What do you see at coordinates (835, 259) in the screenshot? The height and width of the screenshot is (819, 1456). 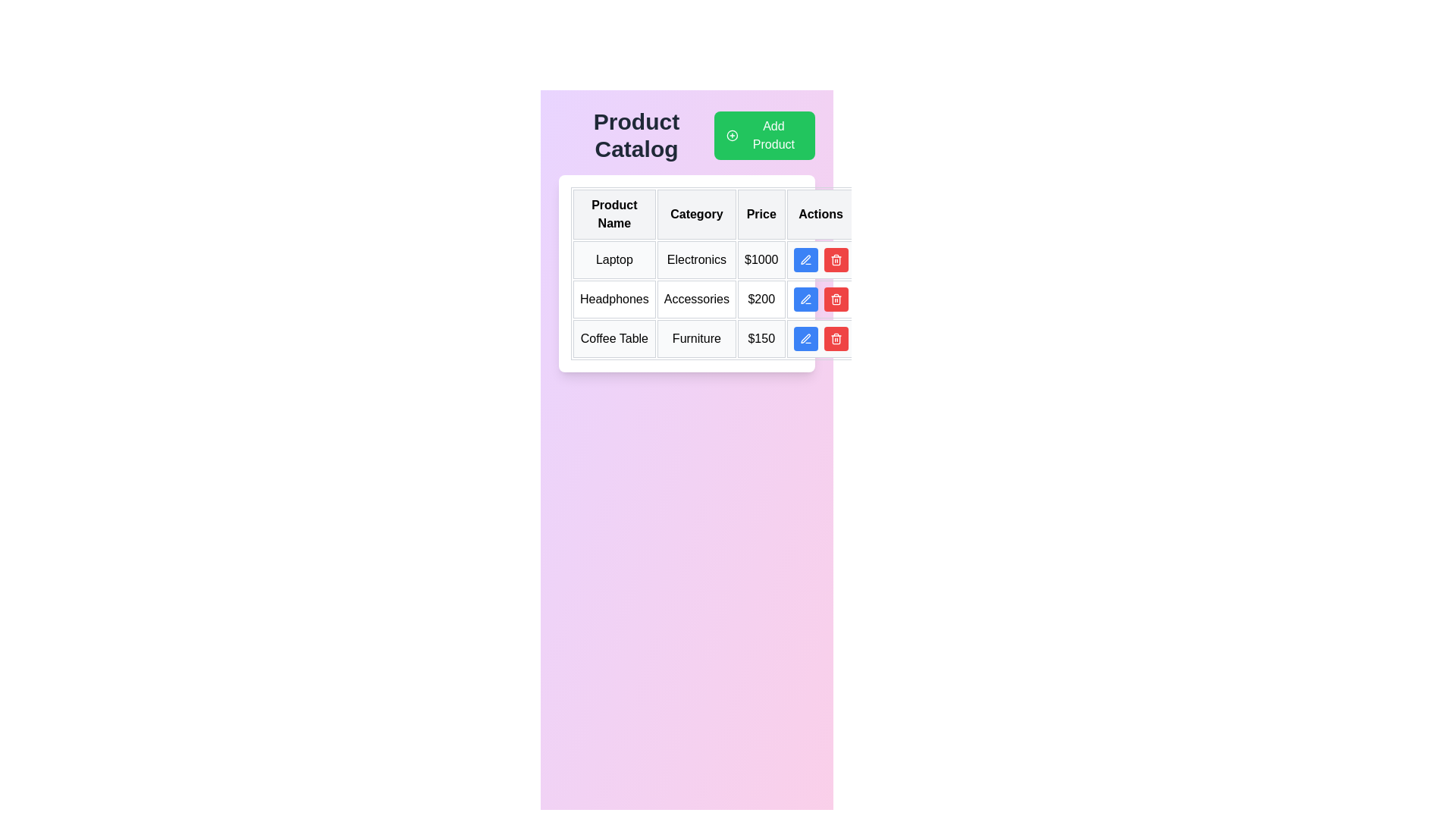 I see `the trash can icon with a red background in the 'Actions' column of the first row of the table` at bounding box center [835, 259].